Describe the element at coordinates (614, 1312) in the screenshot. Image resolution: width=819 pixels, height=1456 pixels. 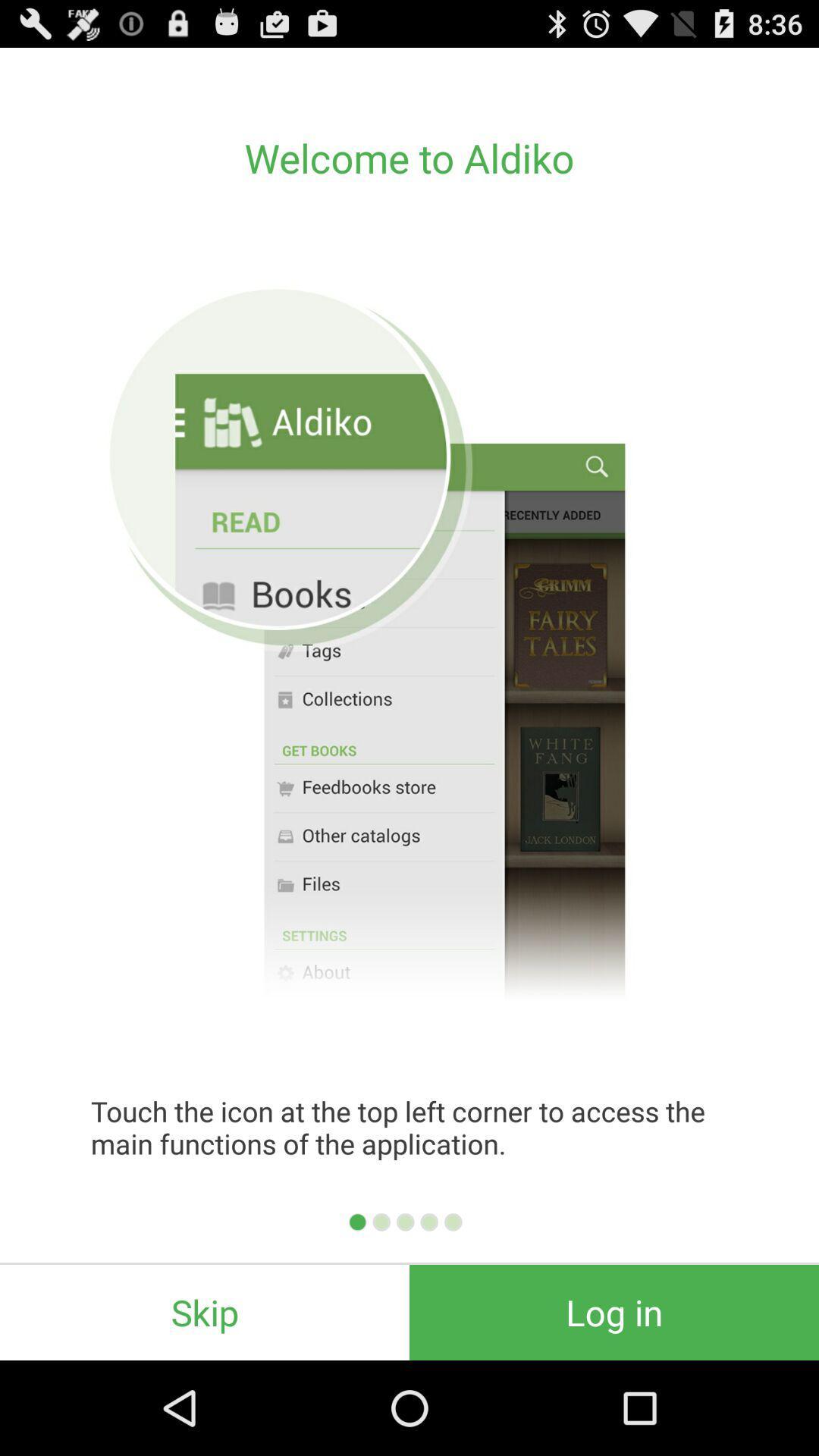
I see `item next to the skip` at that location.